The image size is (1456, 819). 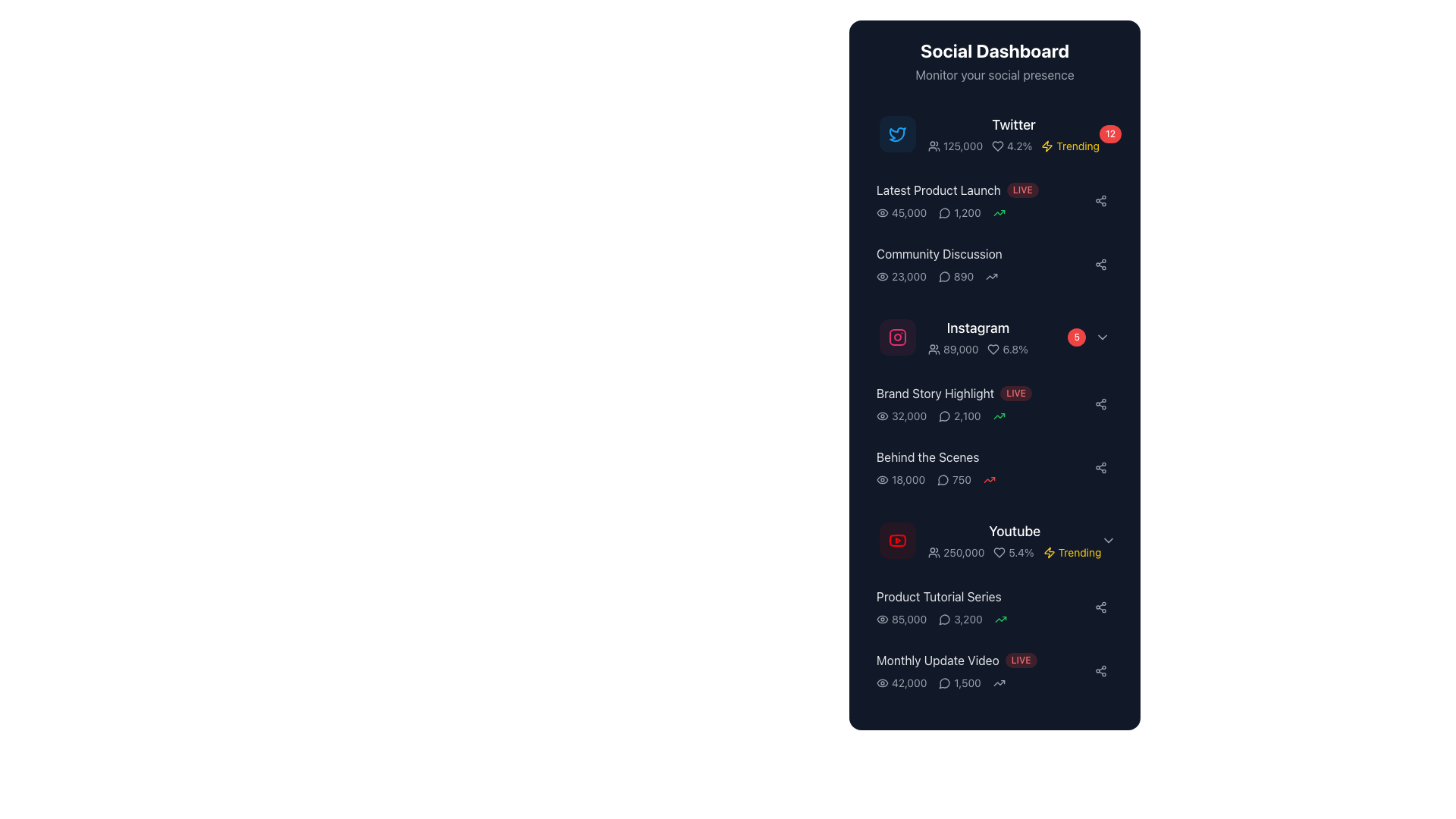 What do you see at coordinates (1014, 124) in the screenshot?
I see `the Static Text Label identifying the Twitter platform in the dashboard, located next to the Twitter icon and above the statistics` at bounding box center [1014, 124].